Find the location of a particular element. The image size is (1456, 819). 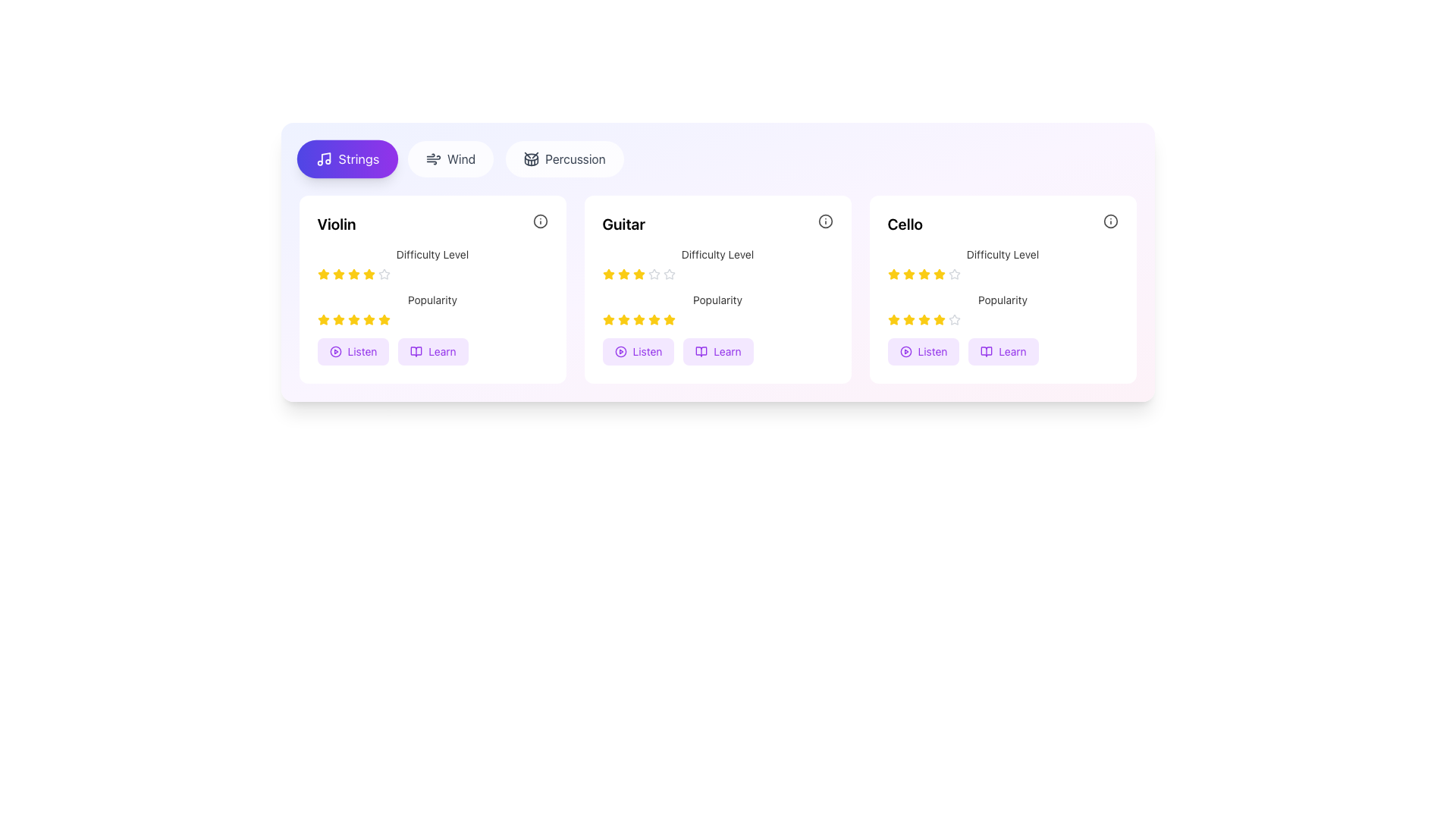

the 'Learn' button, which is represented by an icon, located at the bottom of the first card in a row of musical instrument cards is located at coordinates (416, 351).